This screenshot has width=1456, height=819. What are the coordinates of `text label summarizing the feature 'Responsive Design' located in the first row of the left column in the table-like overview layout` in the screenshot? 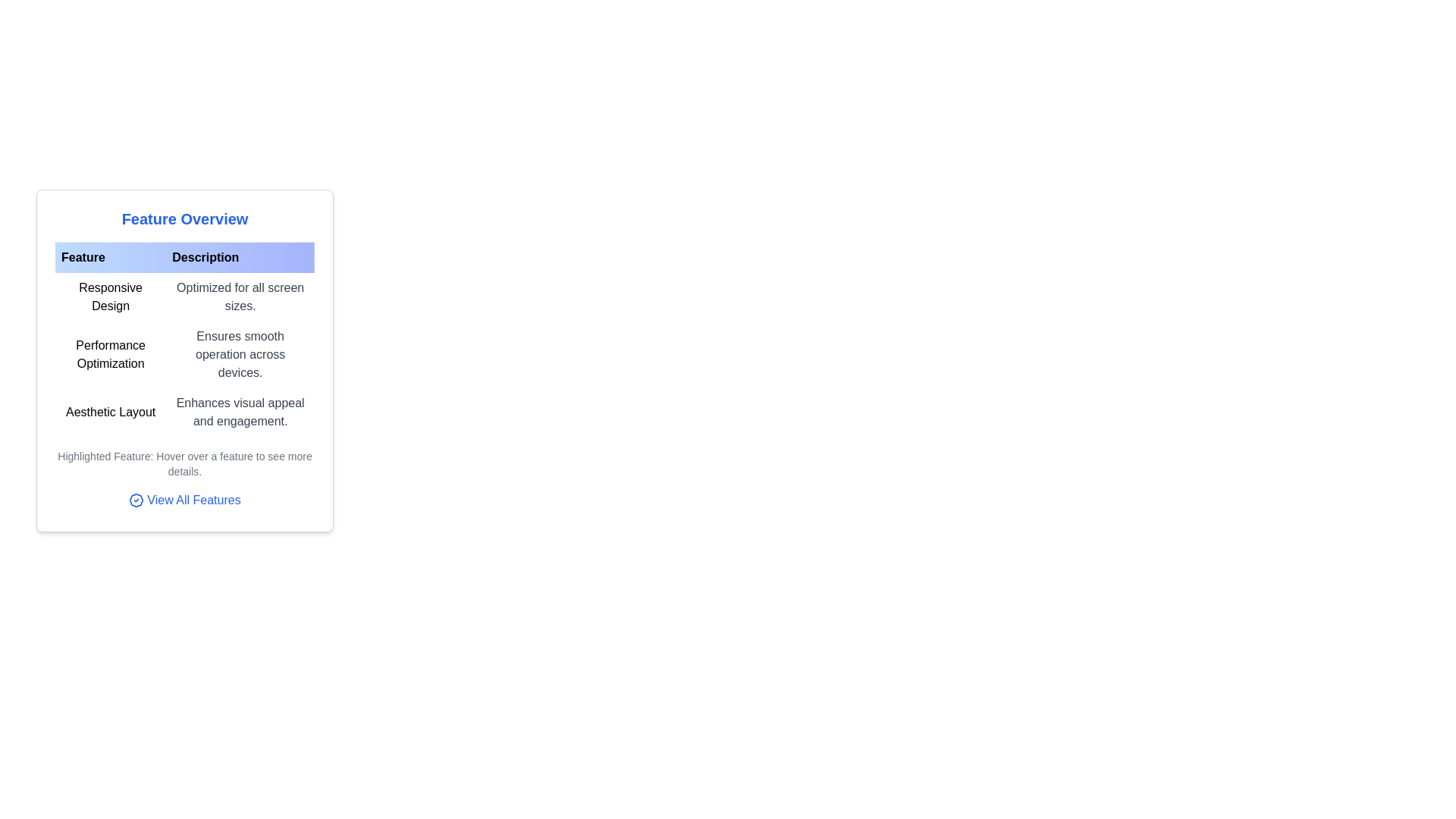 It's located at (110, 297).